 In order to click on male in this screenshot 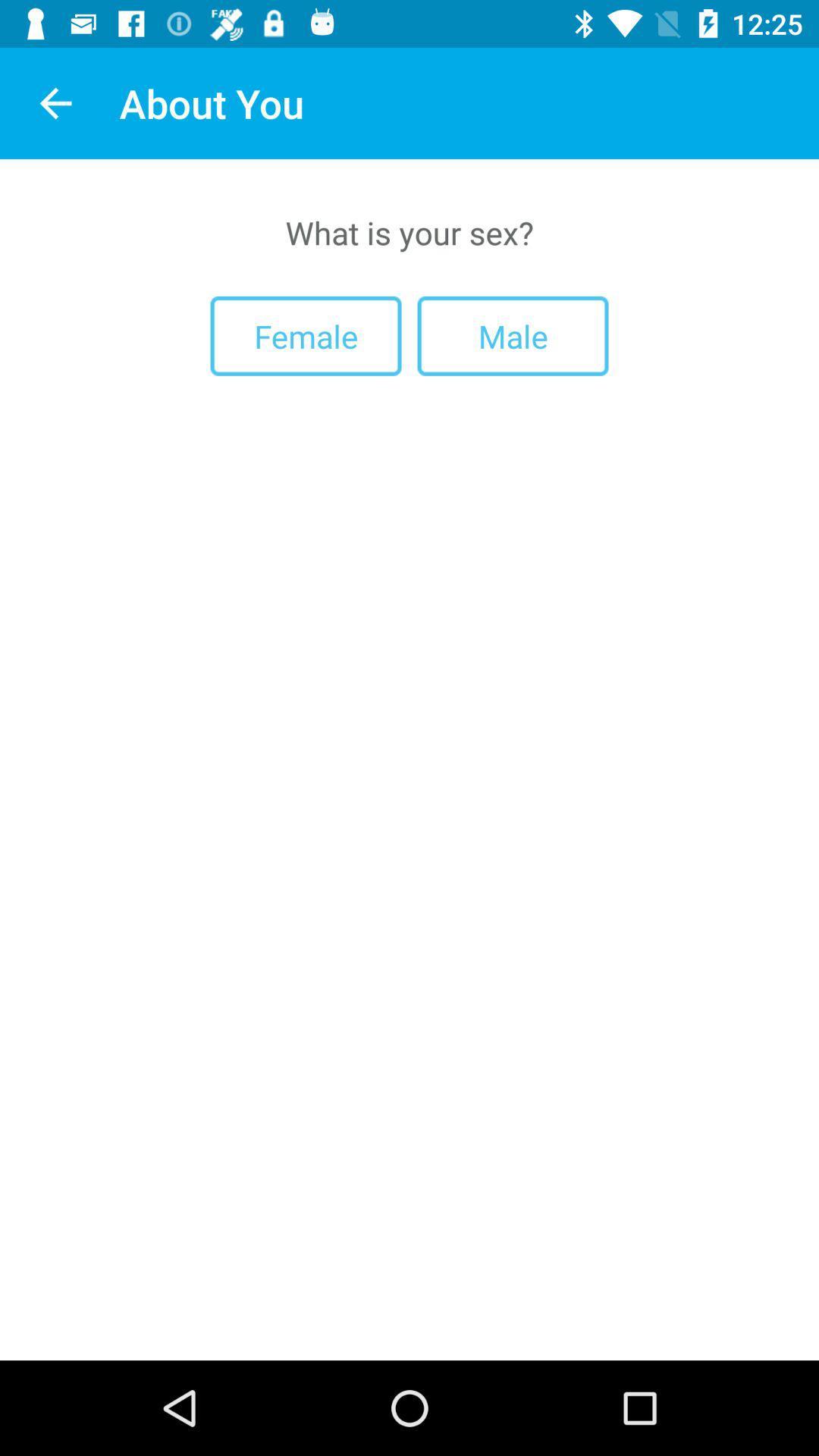, I will do `click(512, 335)`.